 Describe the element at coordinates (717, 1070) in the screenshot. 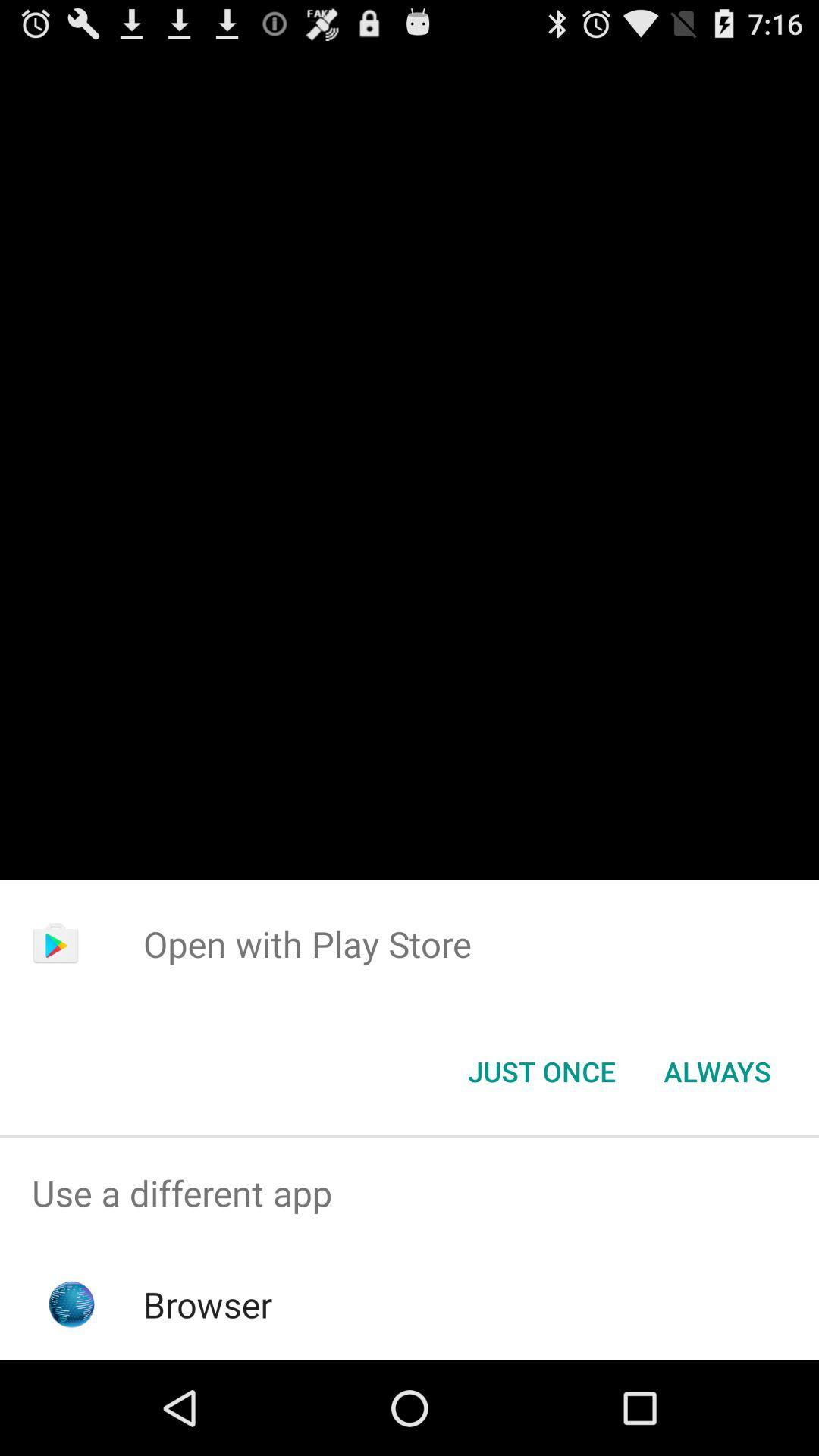

I see `the always button` at that location.